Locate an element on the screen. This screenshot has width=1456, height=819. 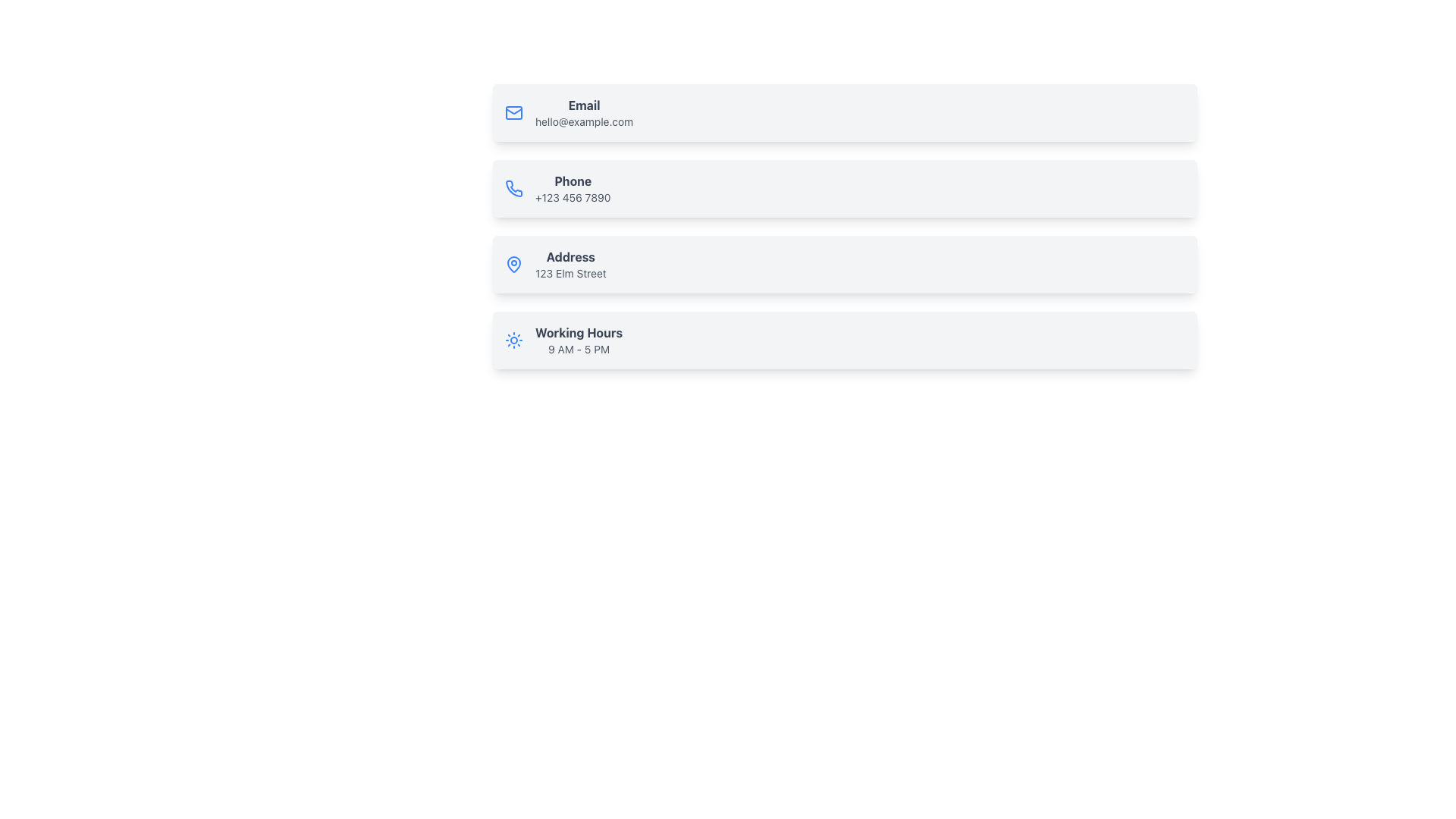
the email-related icon located at the top-left corner of the Email section, to the left of the 'Email' label is located at coordinates (513, 112).